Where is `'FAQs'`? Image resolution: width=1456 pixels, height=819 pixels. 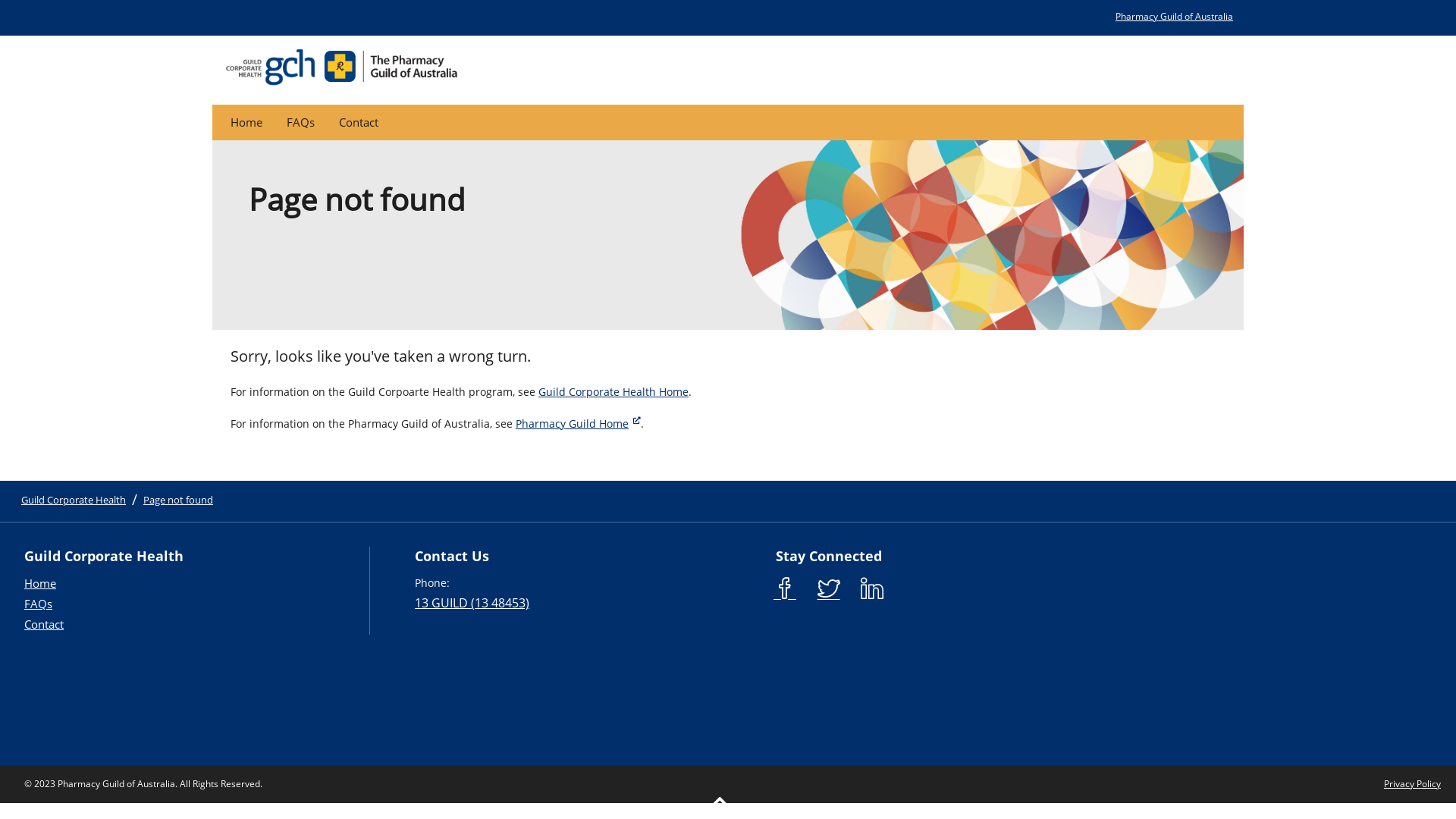 'FAQs' is located at coordinates (38, 602).